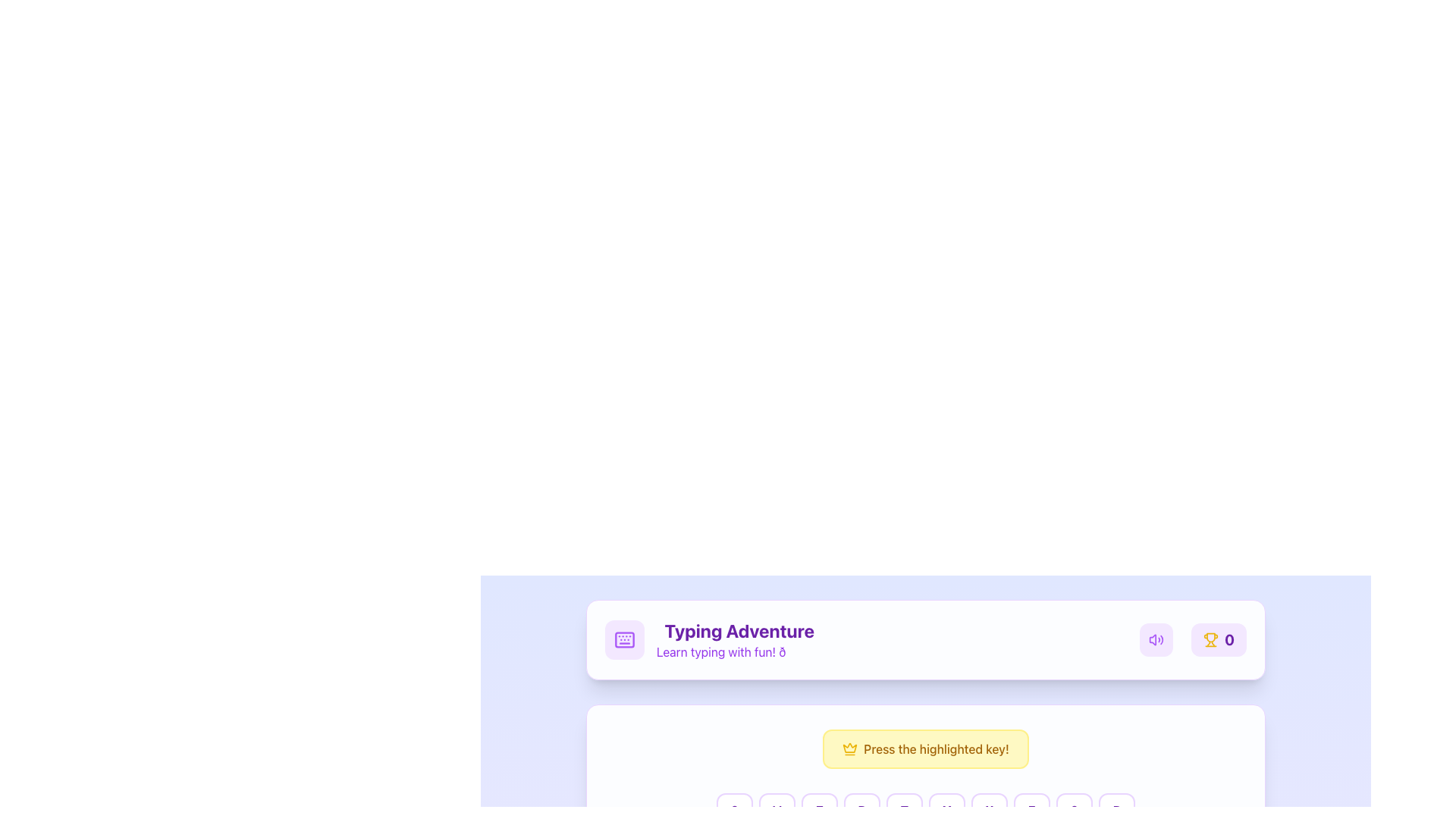 This screenshot has width=1456, height=819. Describe the element at coordinates (924, 748) in the screenshot. I see `informative text element that displays 'Press the highlighted key!' with a yellow crown icon, located in the middle of the interface` at that location.